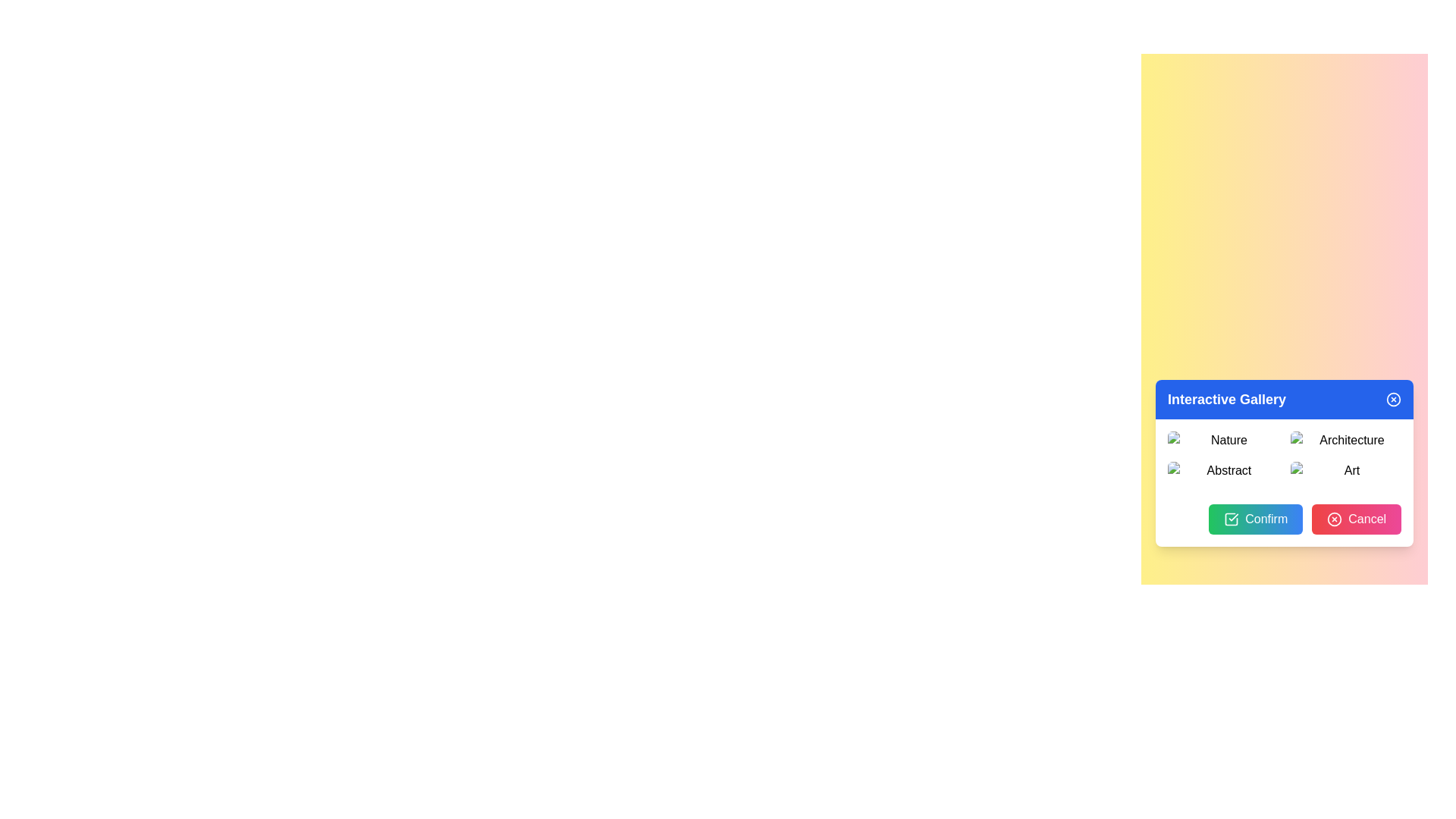 Image resolution: width=1456 pixels, height=819 pixels. Describe the element at coordinates (1222, 470) in the screenshot. I see `the 'Abstract' text label, which is displayed in bold white font and is located in the 'Interactive Gallery' section, positioned beneath 'Nature' and to the left of 'Art'` at that location.